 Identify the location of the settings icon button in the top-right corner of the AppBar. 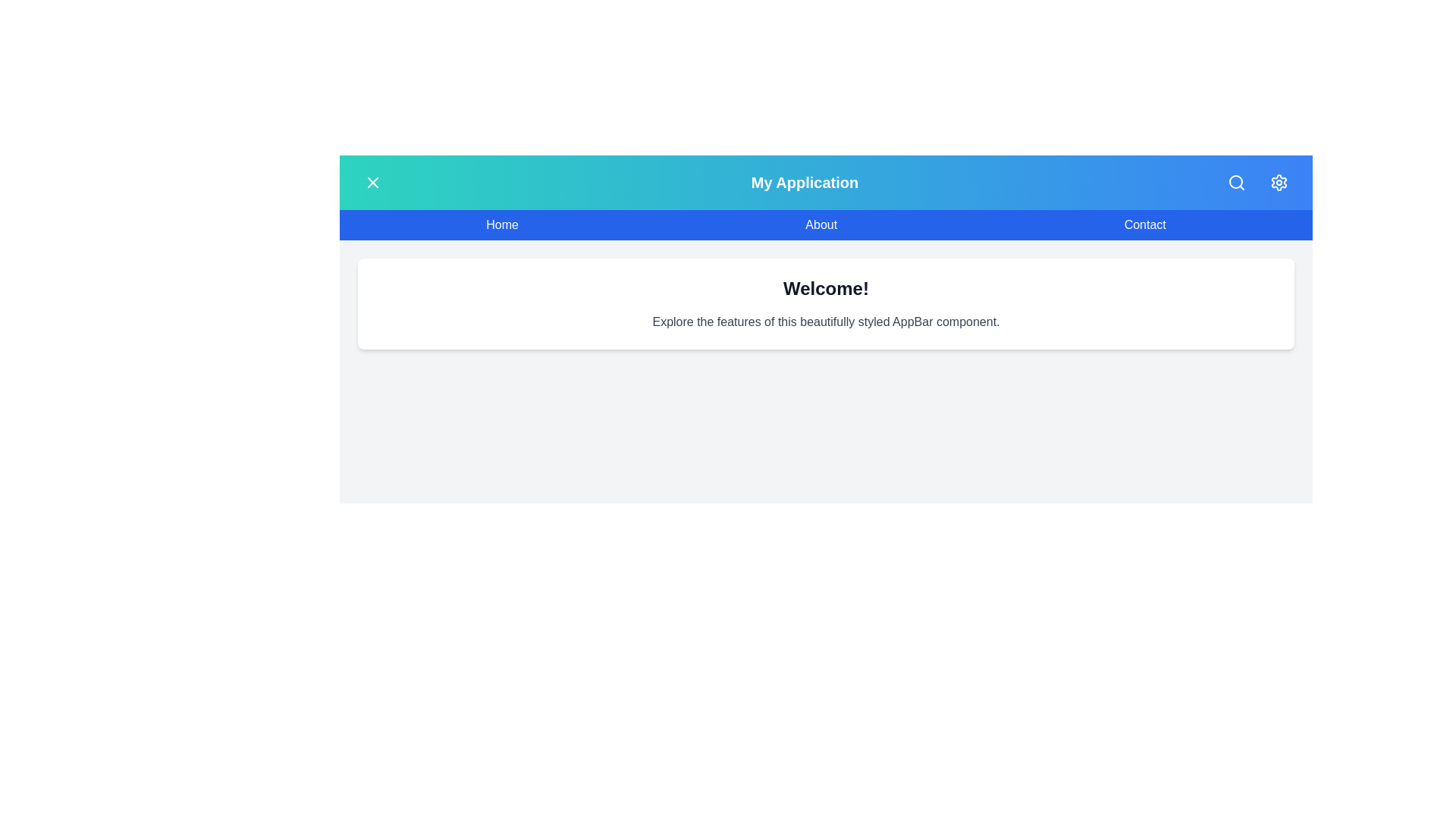
(1278, 181).